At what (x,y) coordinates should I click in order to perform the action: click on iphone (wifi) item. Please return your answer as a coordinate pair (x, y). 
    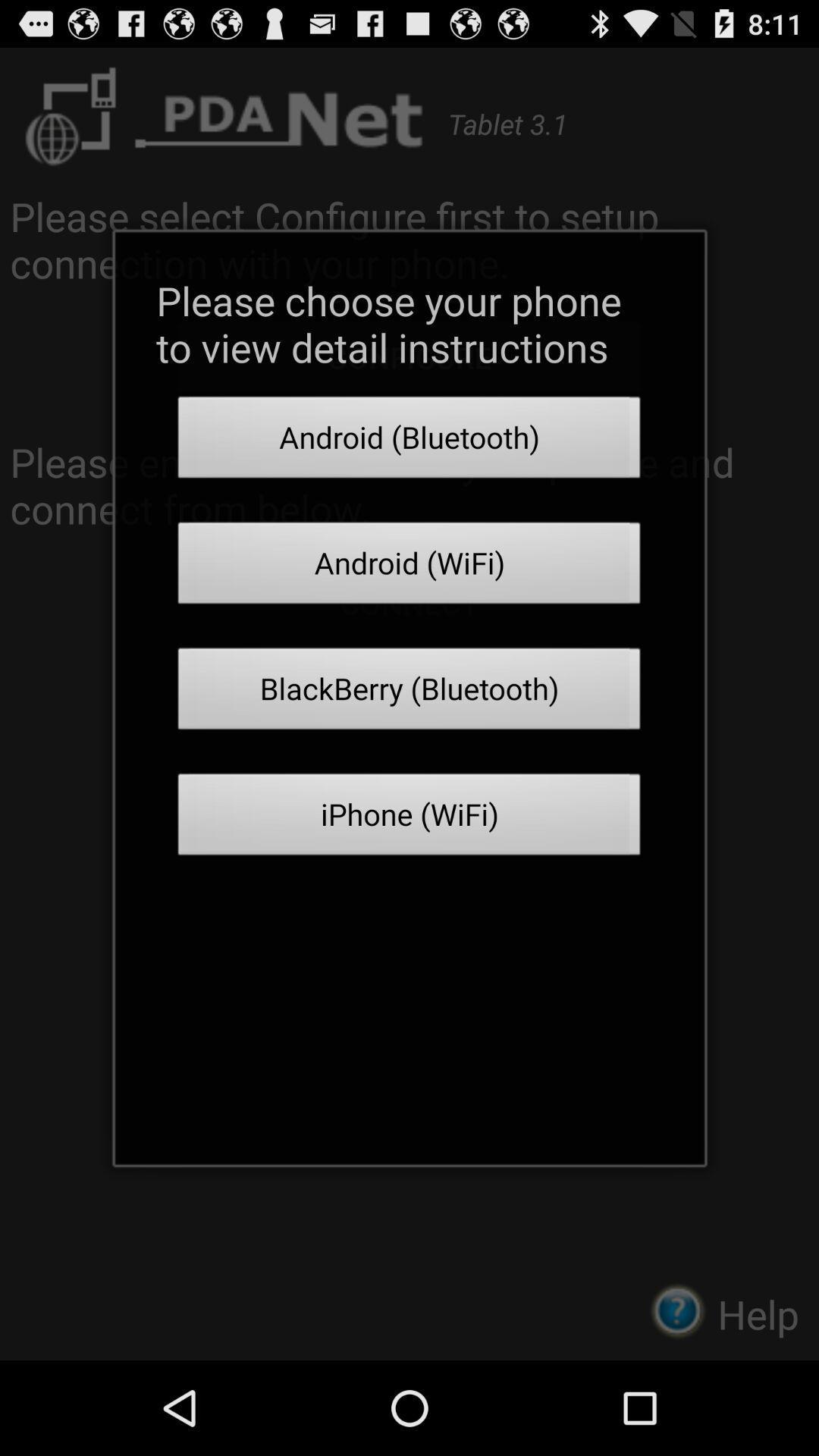
    Looking at the image, I should click on (409, 818).